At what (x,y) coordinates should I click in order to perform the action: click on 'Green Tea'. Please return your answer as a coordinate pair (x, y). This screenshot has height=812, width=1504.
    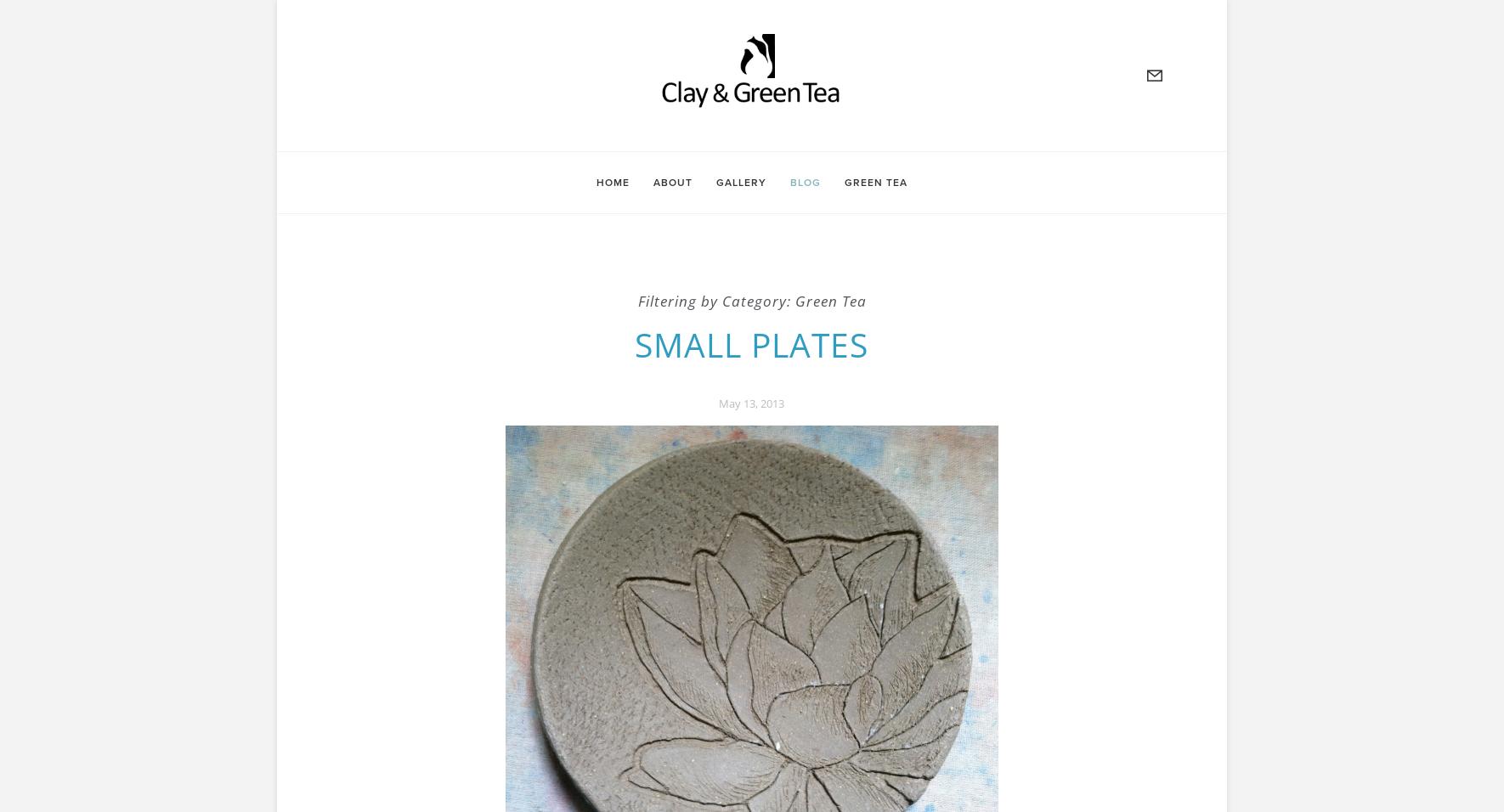
    Looking at the image, I should click on (875, 181).